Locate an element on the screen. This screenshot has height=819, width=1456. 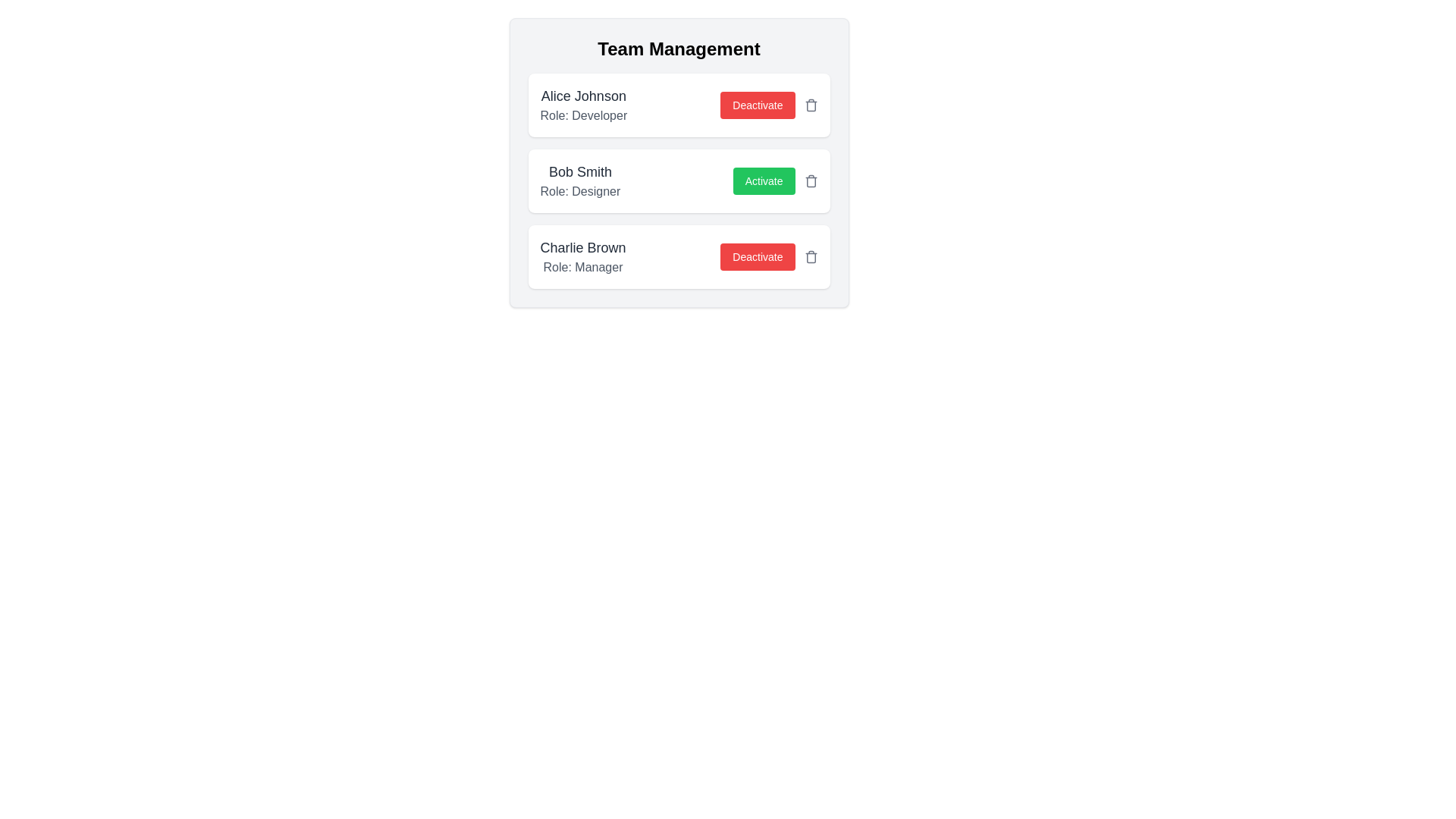
trash icon button to remove the team member Charlie Brown is located at coordinates (810, 256).